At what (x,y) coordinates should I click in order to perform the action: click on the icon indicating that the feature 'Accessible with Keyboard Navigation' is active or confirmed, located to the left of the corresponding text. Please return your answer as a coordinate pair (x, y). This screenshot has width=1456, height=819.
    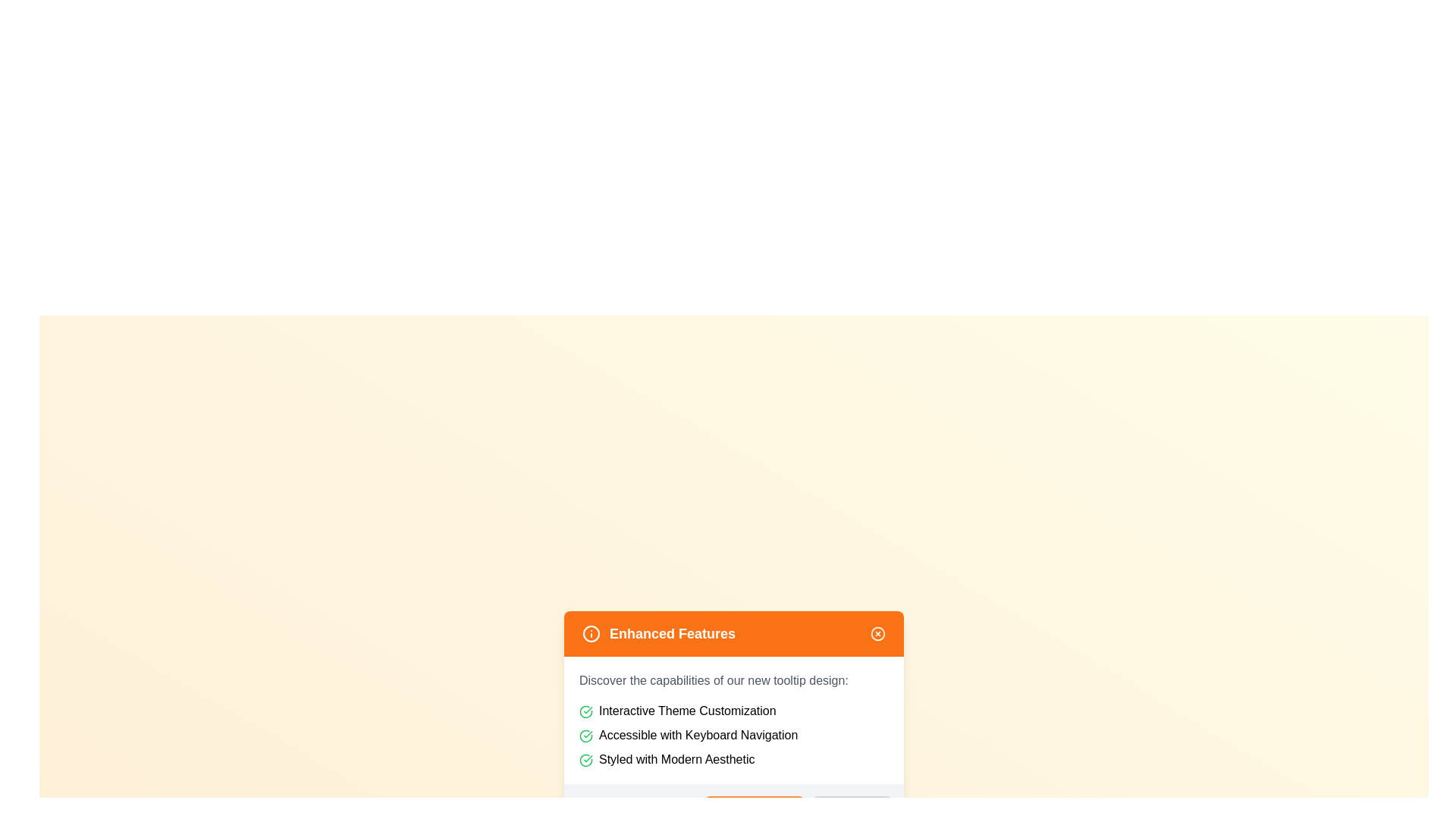
    Looking at the image, I should click on (585, 734).